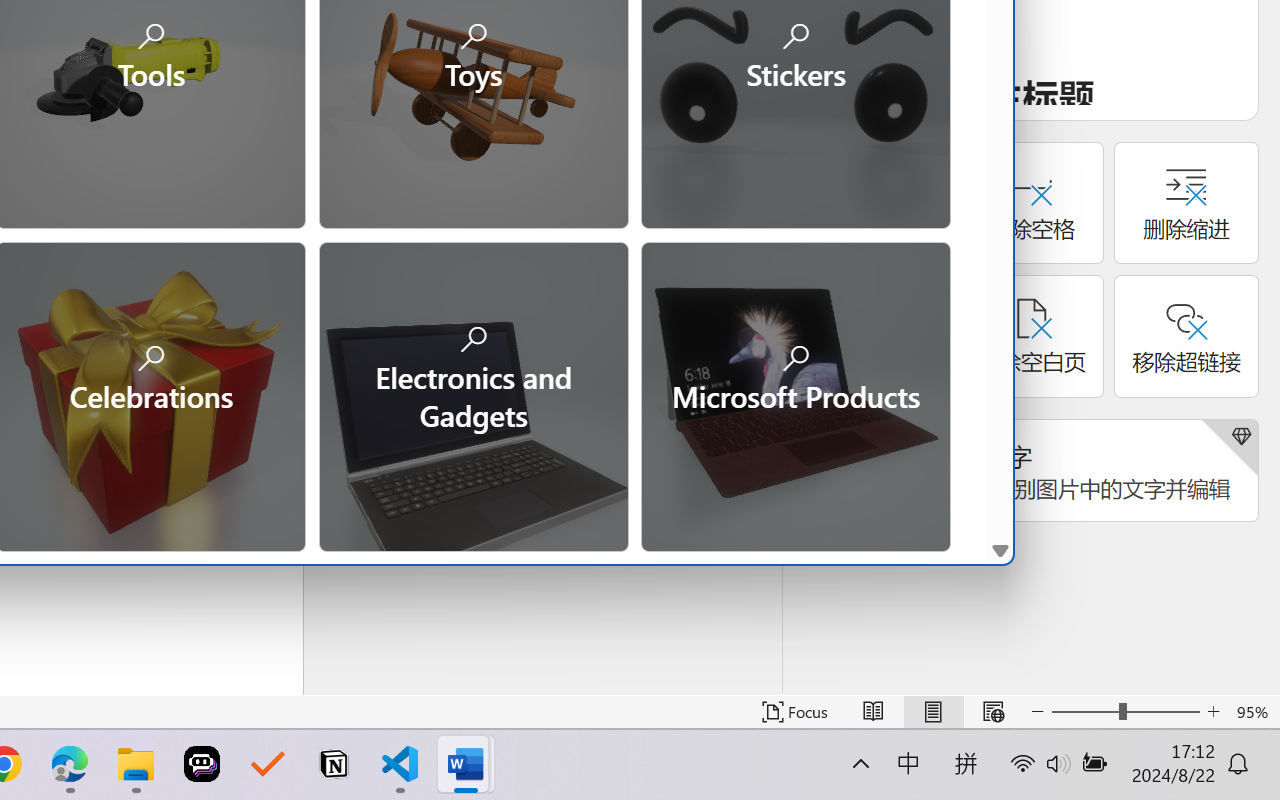  I want to click on 'Microsoft Products', so click(794, 393).